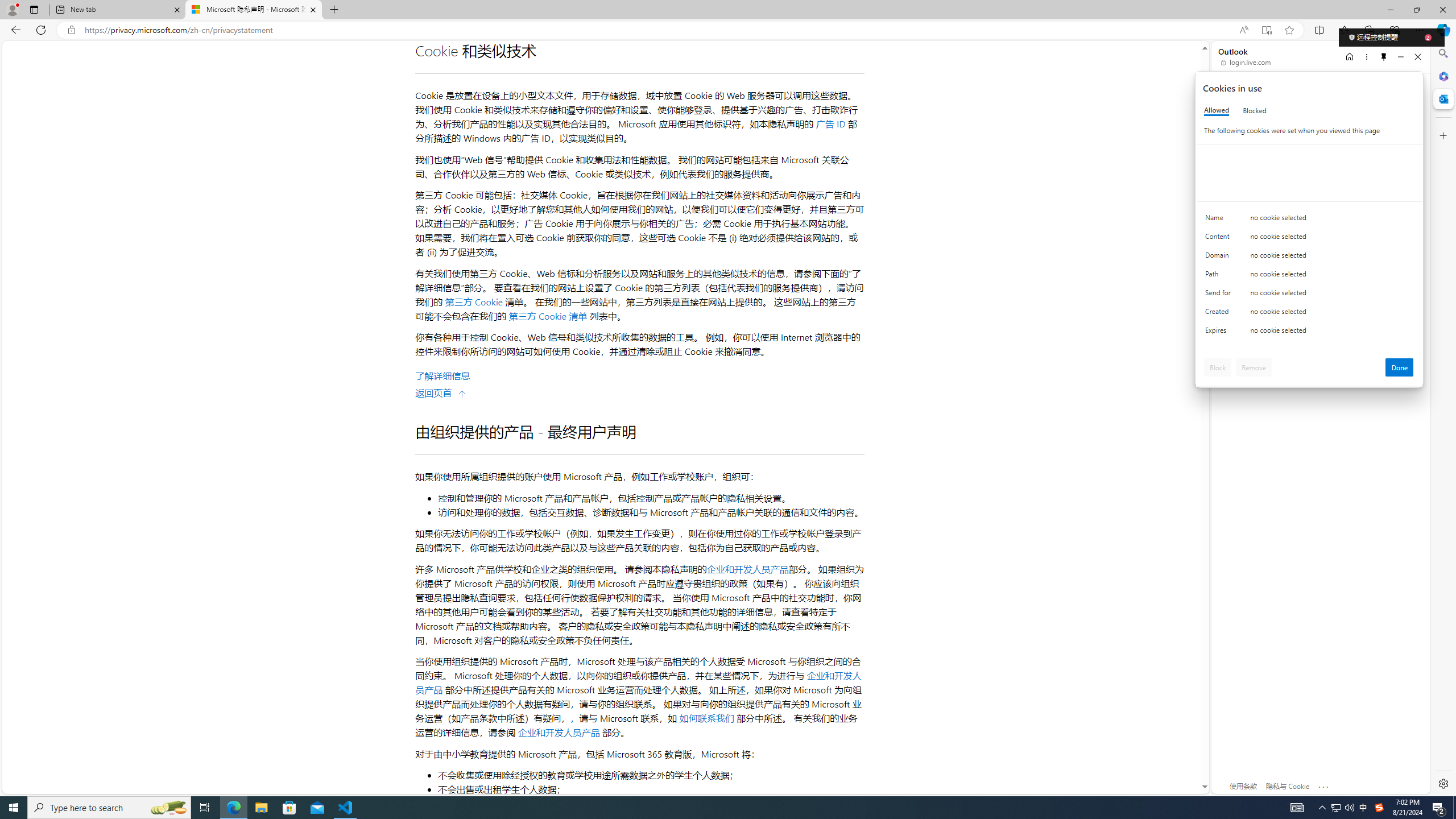 The width and height of the screenshot is (1456, 819). I want to click on 'Name', so click(1219, 220).